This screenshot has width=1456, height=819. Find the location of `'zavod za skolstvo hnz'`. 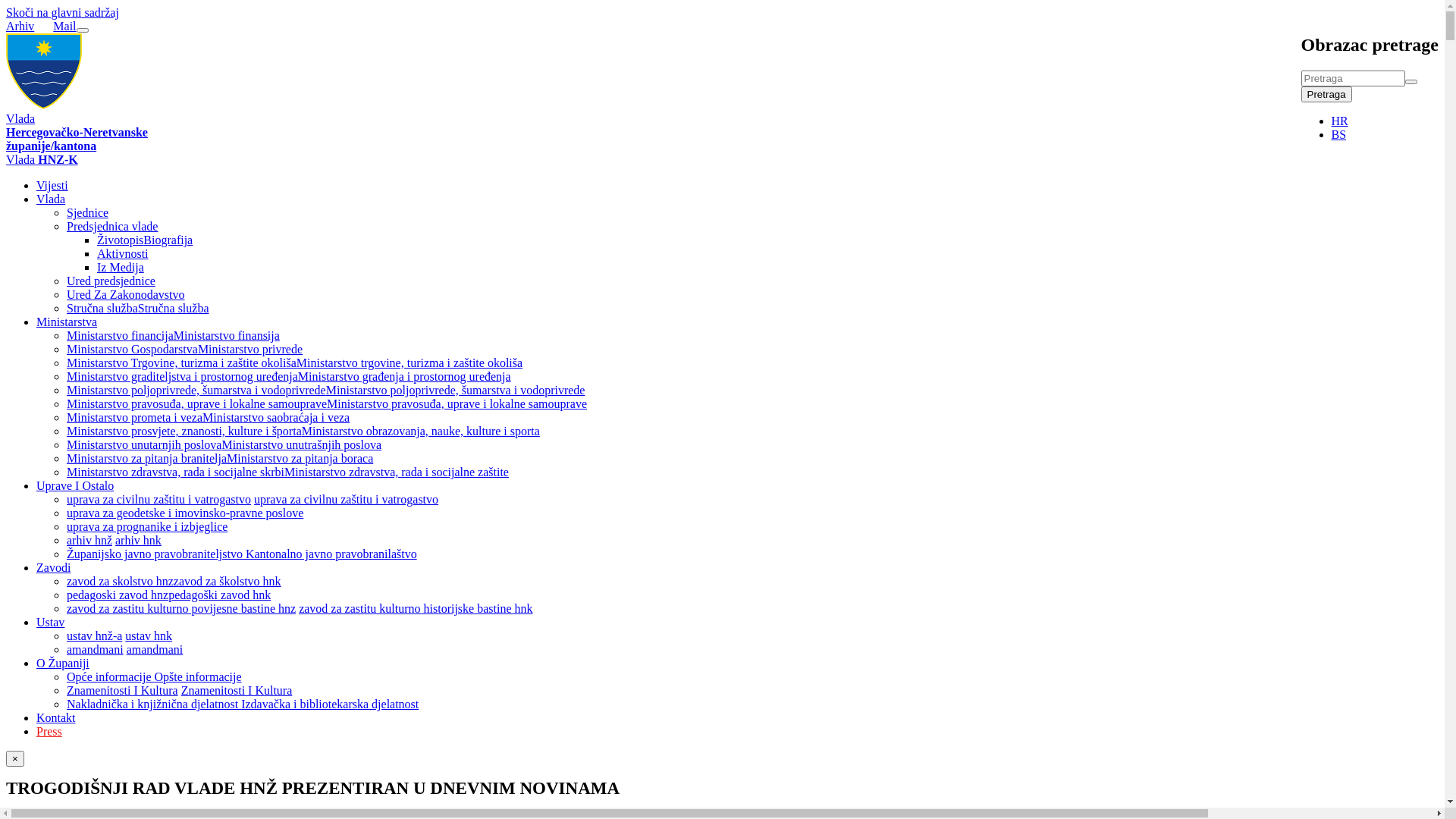

'zavod za skolstvo hnz' is located at coordinates (119, 580).